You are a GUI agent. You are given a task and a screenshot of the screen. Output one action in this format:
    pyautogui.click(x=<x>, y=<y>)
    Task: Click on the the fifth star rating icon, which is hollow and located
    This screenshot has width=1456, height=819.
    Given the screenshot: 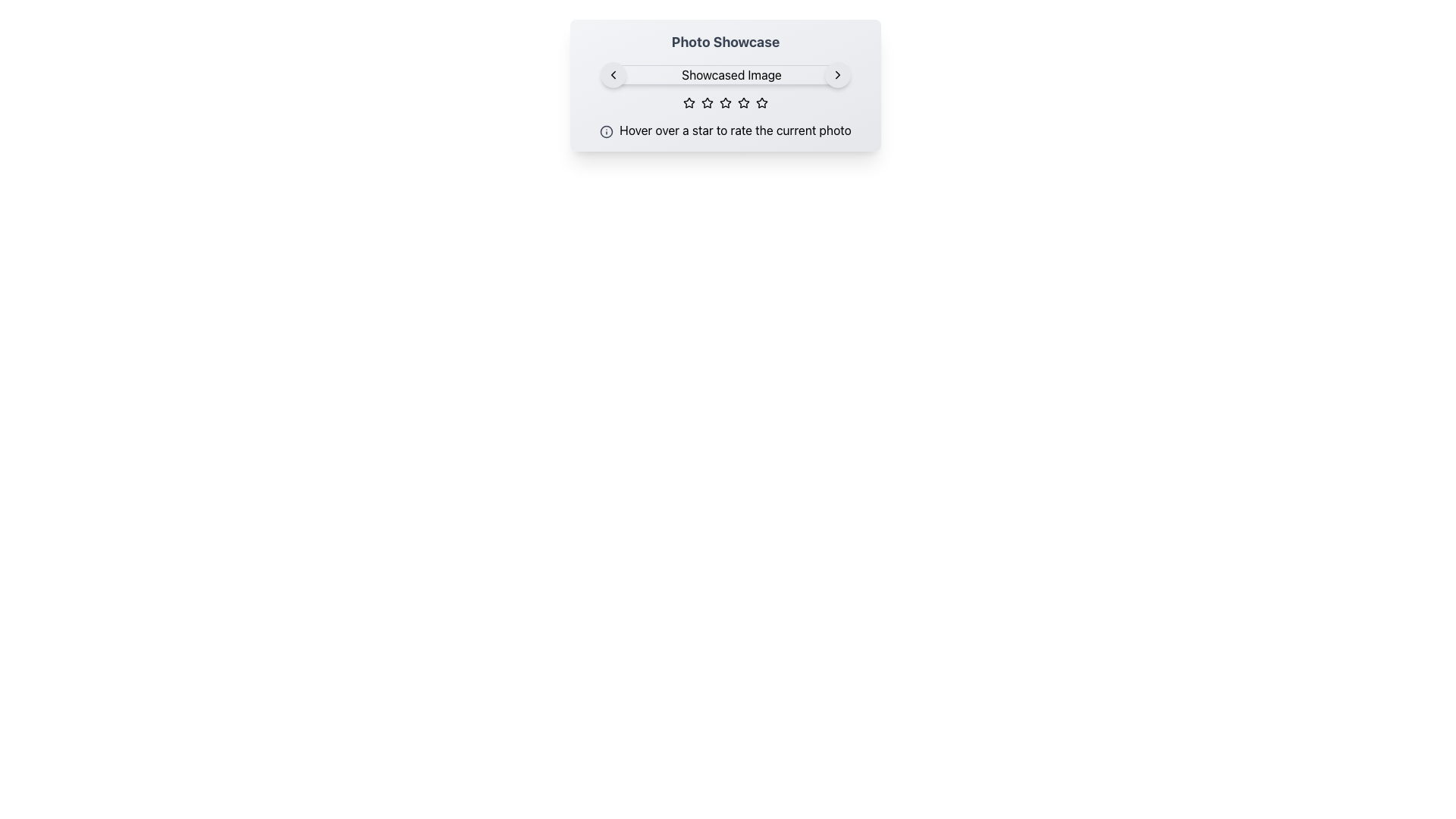 What is the action you would take?
    pyautogui.click(x=761, y=102)
    